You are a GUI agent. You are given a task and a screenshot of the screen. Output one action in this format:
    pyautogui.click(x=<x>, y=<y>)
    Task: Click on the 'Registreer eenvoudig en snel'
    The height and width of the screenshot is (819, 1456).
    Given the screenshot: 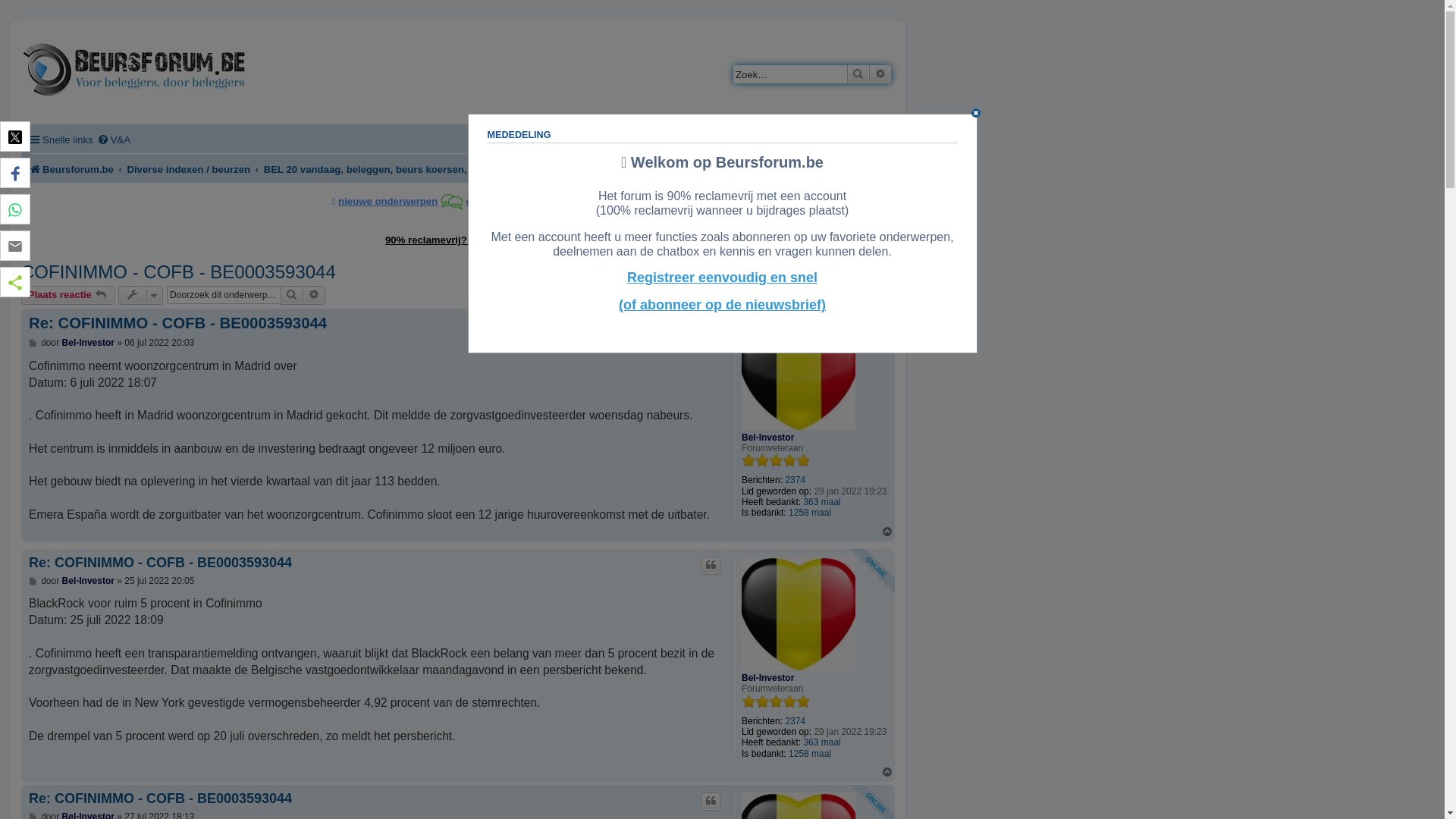 What is the action you would take?
    pyautogui.click(x=721, y=278)
    